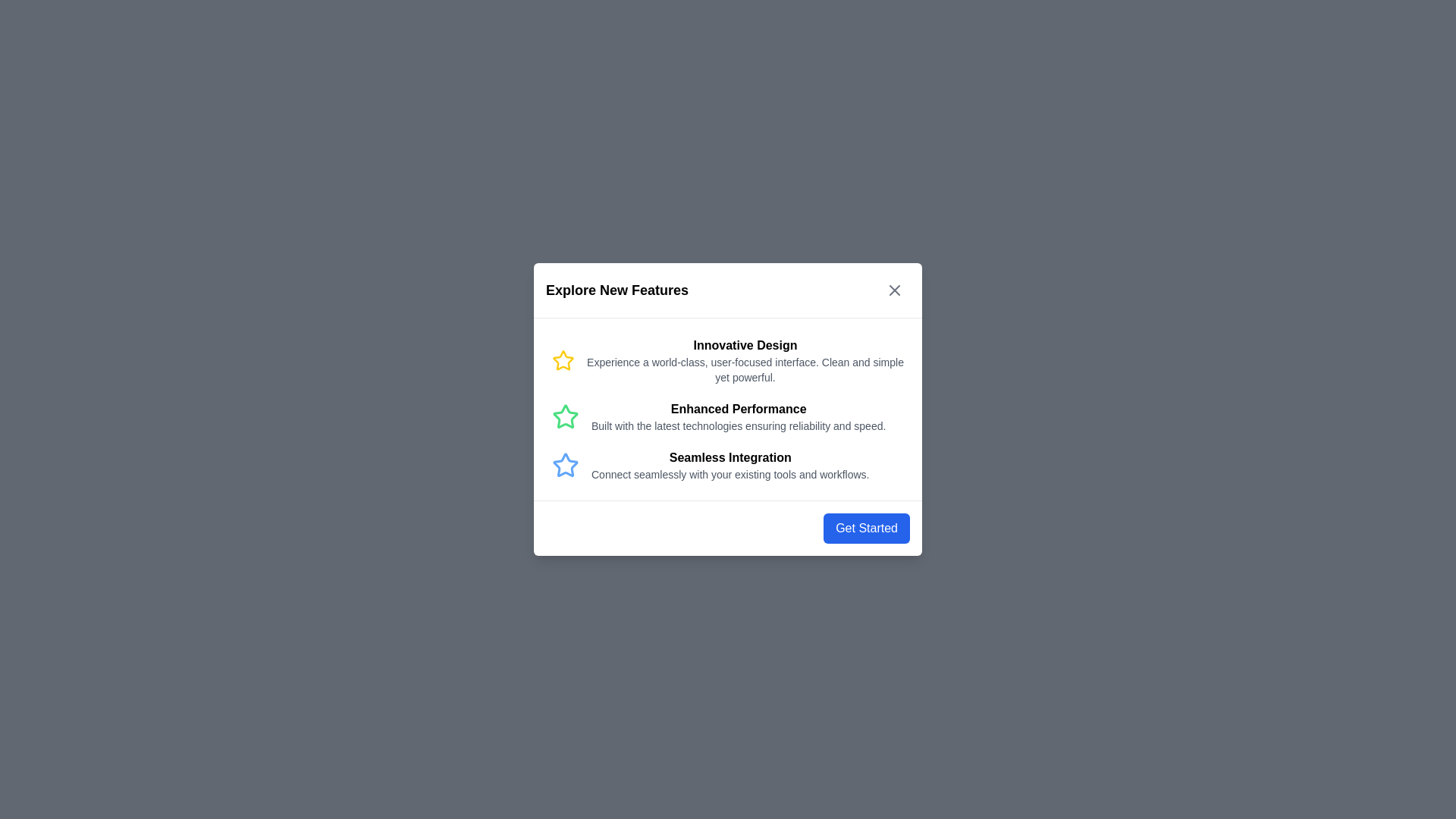 This screenshot has width=1456, height=819. I want to click on textual description block labeled 'Seamless Integration' which contains the heading and subtext aligned to the left, located in the modal titled 'Explore New Features', so click(730, 464).